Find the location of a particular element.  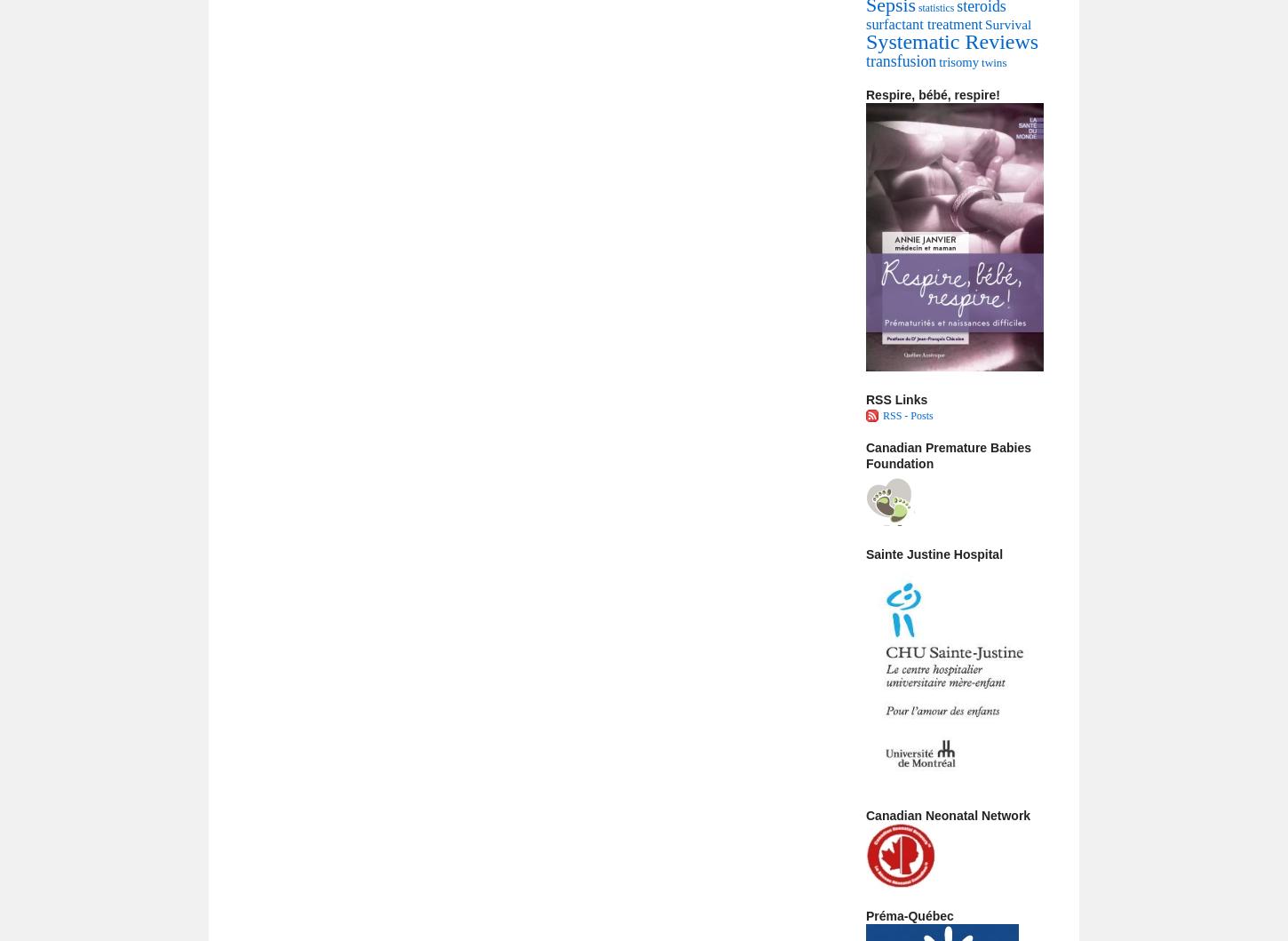

'Canadian Premature Babies Foundation' is located at coordinates (948, 455).